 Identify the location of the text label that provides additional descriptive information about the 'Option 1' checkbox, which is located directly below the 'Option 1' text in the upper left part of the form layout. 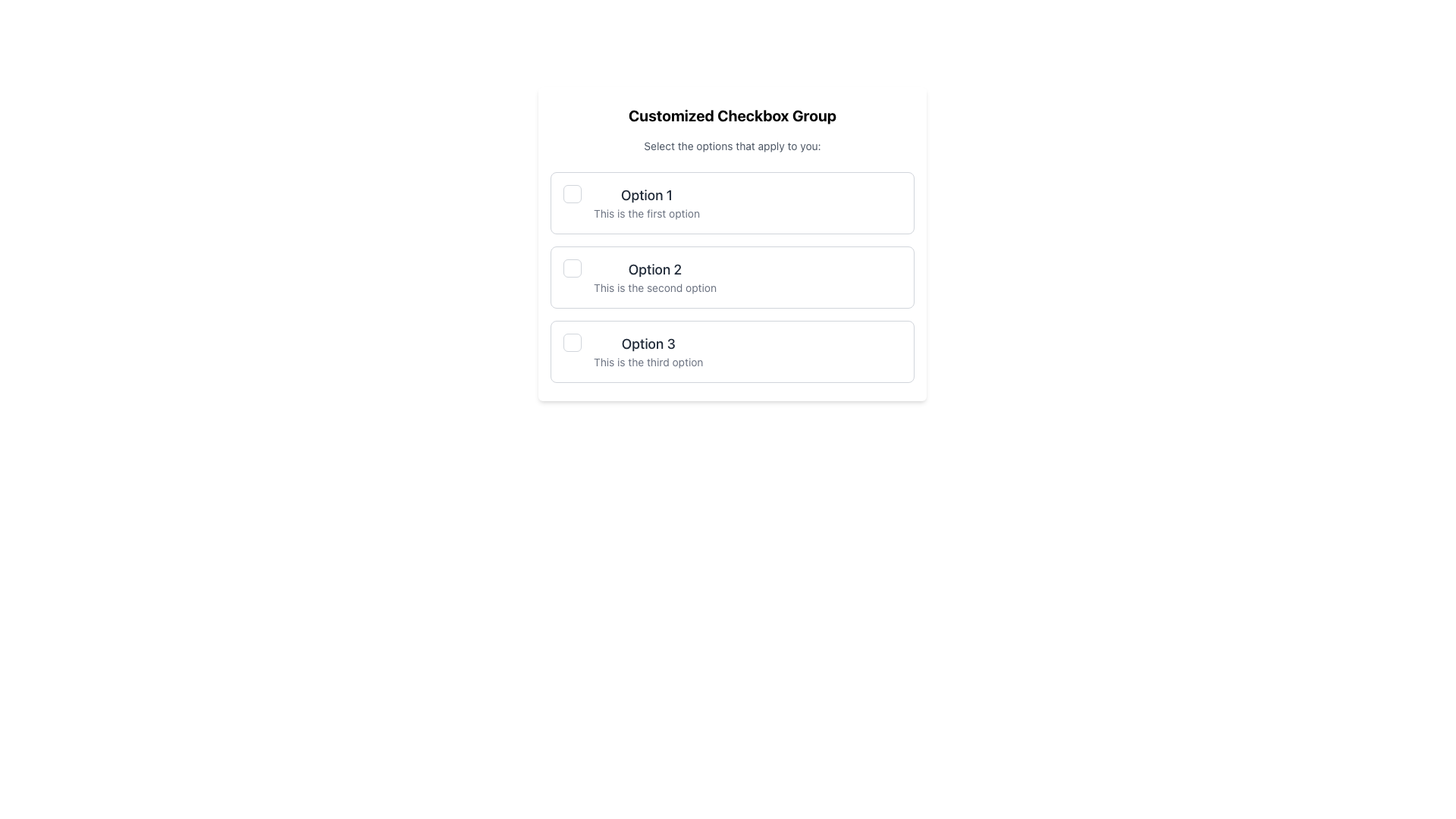
(647, 213).